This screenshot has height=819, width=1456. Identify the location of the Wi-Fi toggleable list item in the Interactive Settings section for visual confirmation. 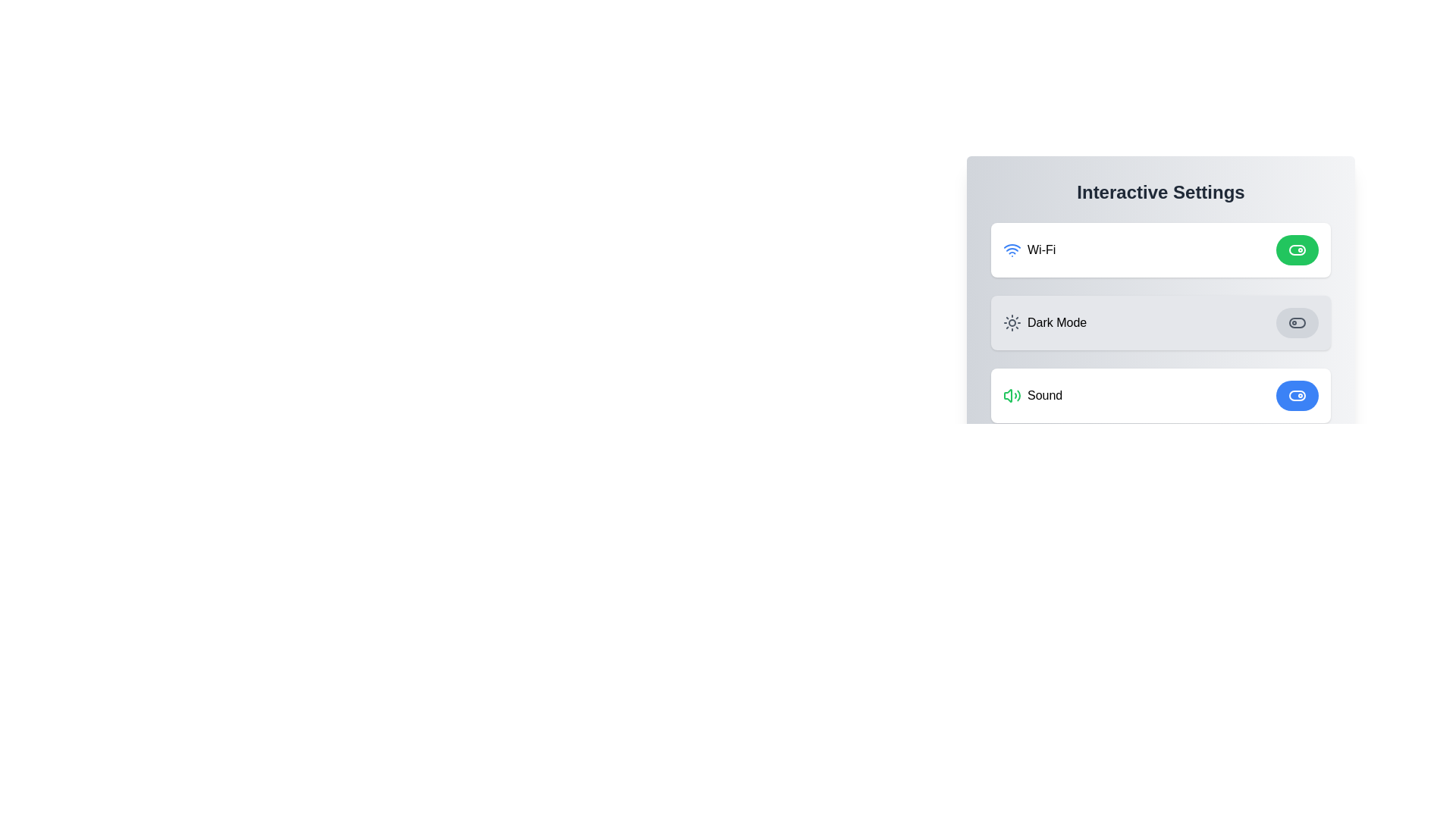
(1160, 249).